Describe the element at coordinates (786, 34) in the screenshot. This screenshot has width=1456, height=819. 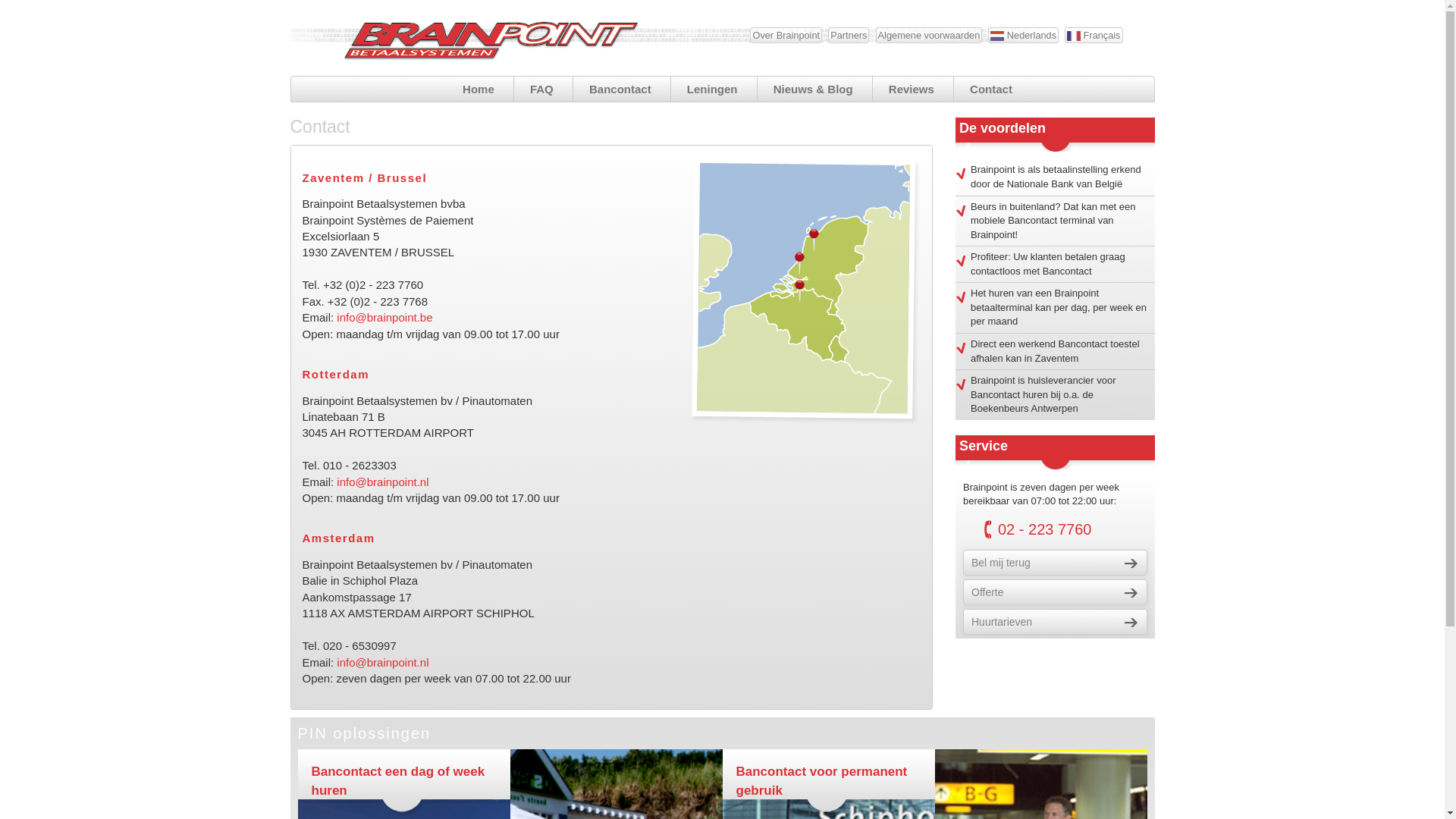
I see `'Over Brainpoint'` at that location.